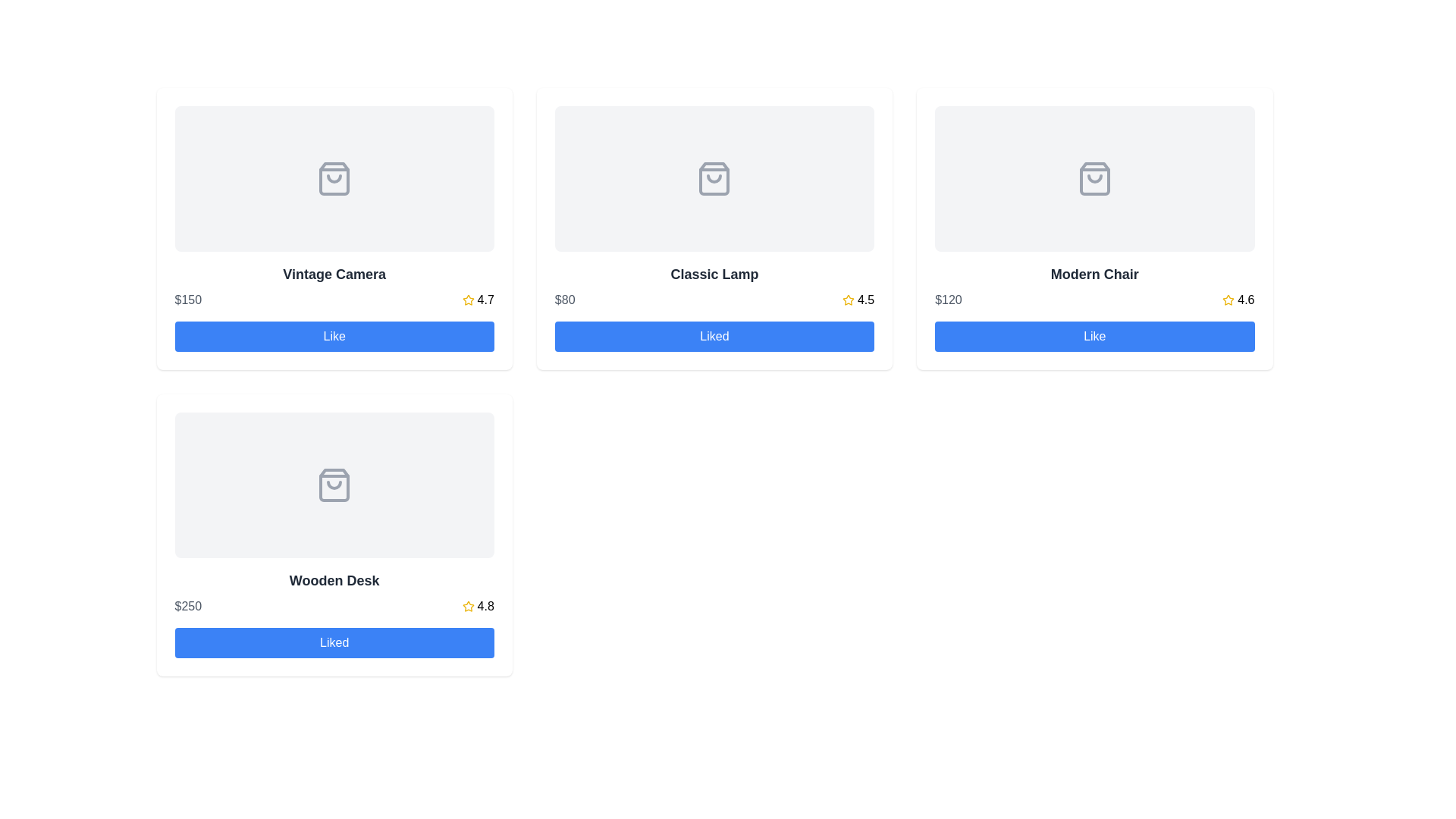 The height and width of the screenshot is (819, 1456). I want to click on the decorative icon indicating the 'shopping' category on the 'Modern Chair' product card, located centrally within the gray rectangular image placeholder in the third card from the left in the top row, so click(1094, 177).